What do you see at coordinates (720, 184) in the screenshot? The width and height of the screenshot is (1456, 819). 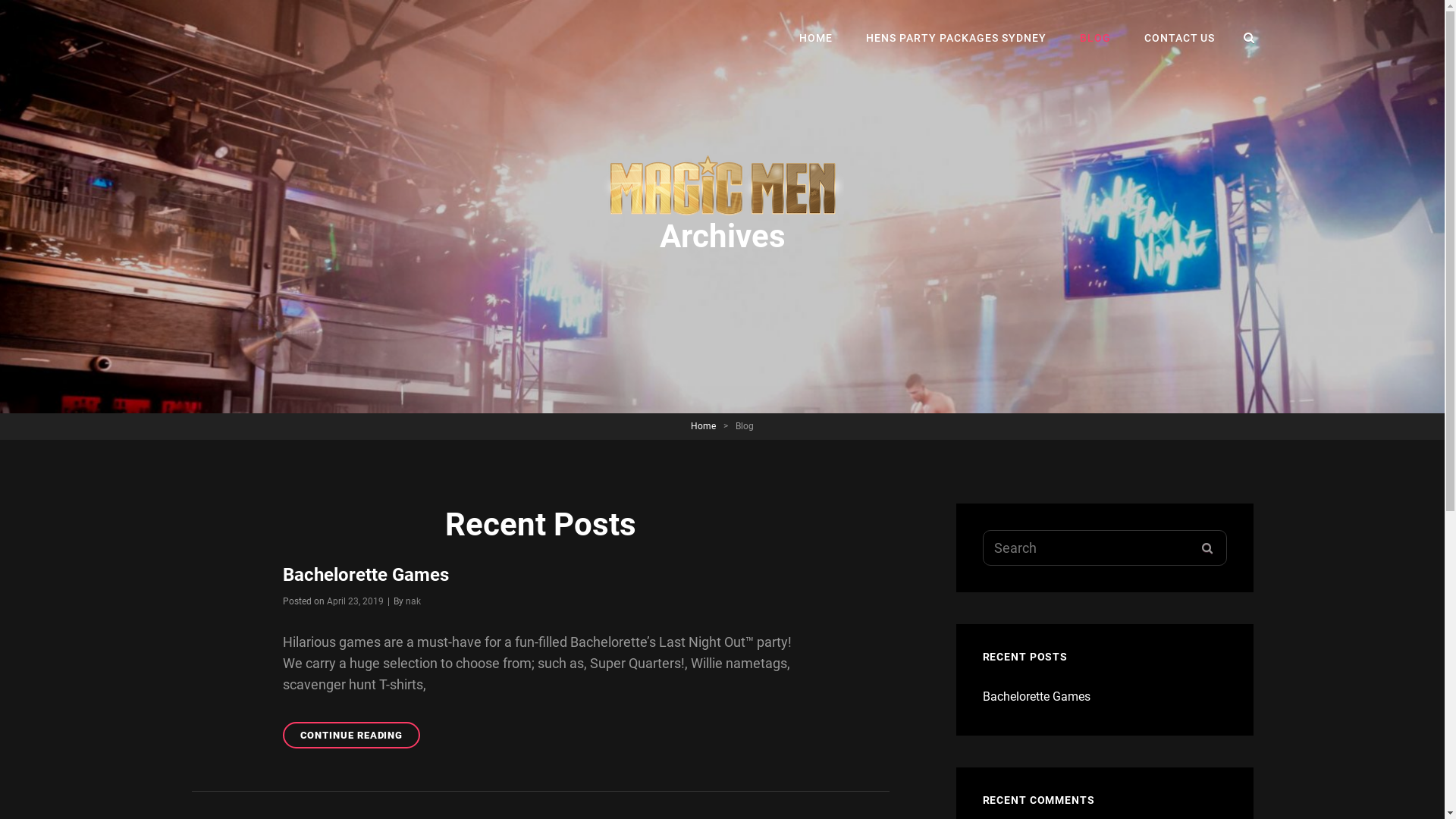 I see `'http://www.nakedtreaties.com.au/'` at bounding box center [720, 184].